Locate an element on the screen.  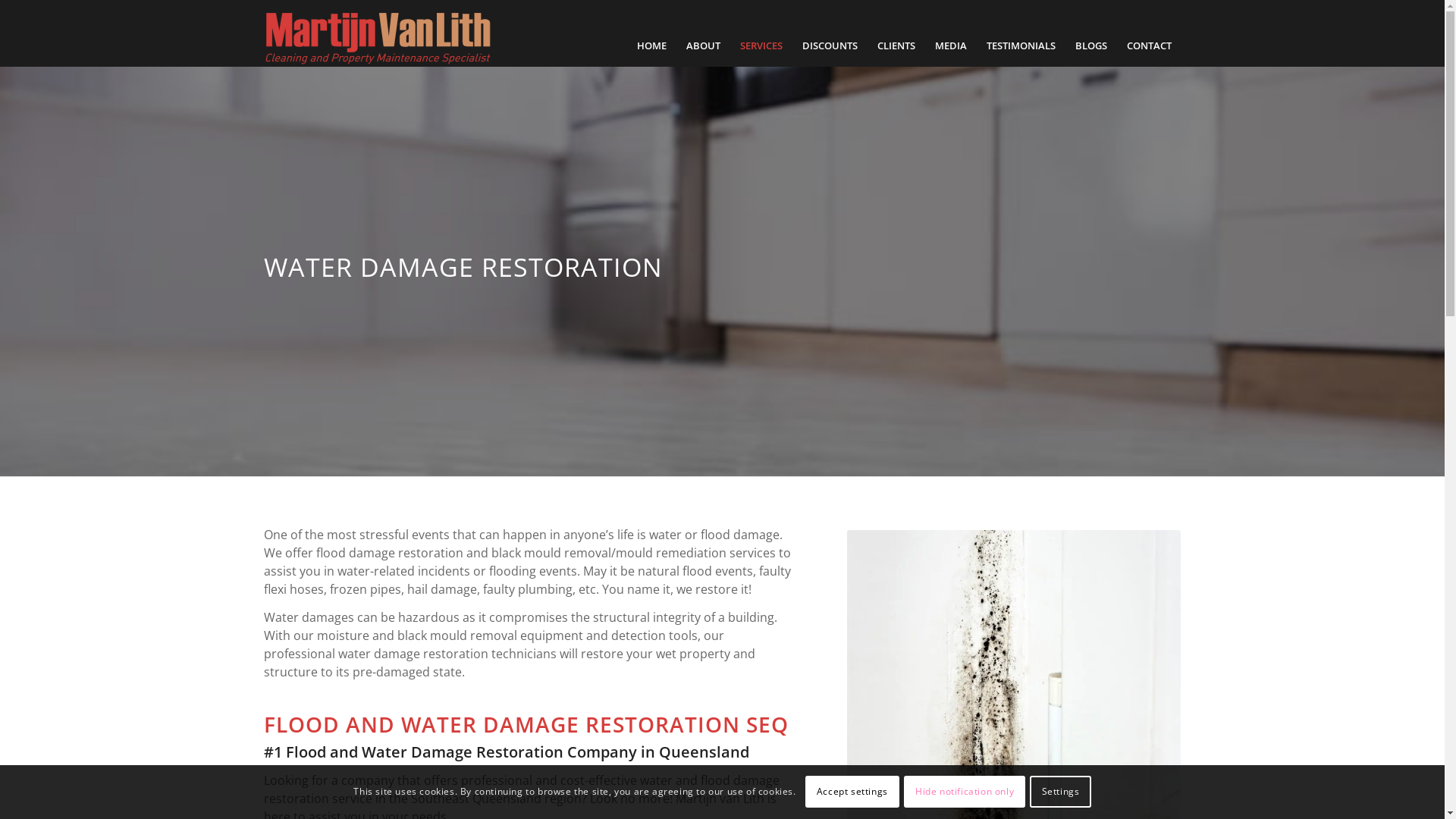
'DISCOUNTS' is located at coordinates (828, 45).